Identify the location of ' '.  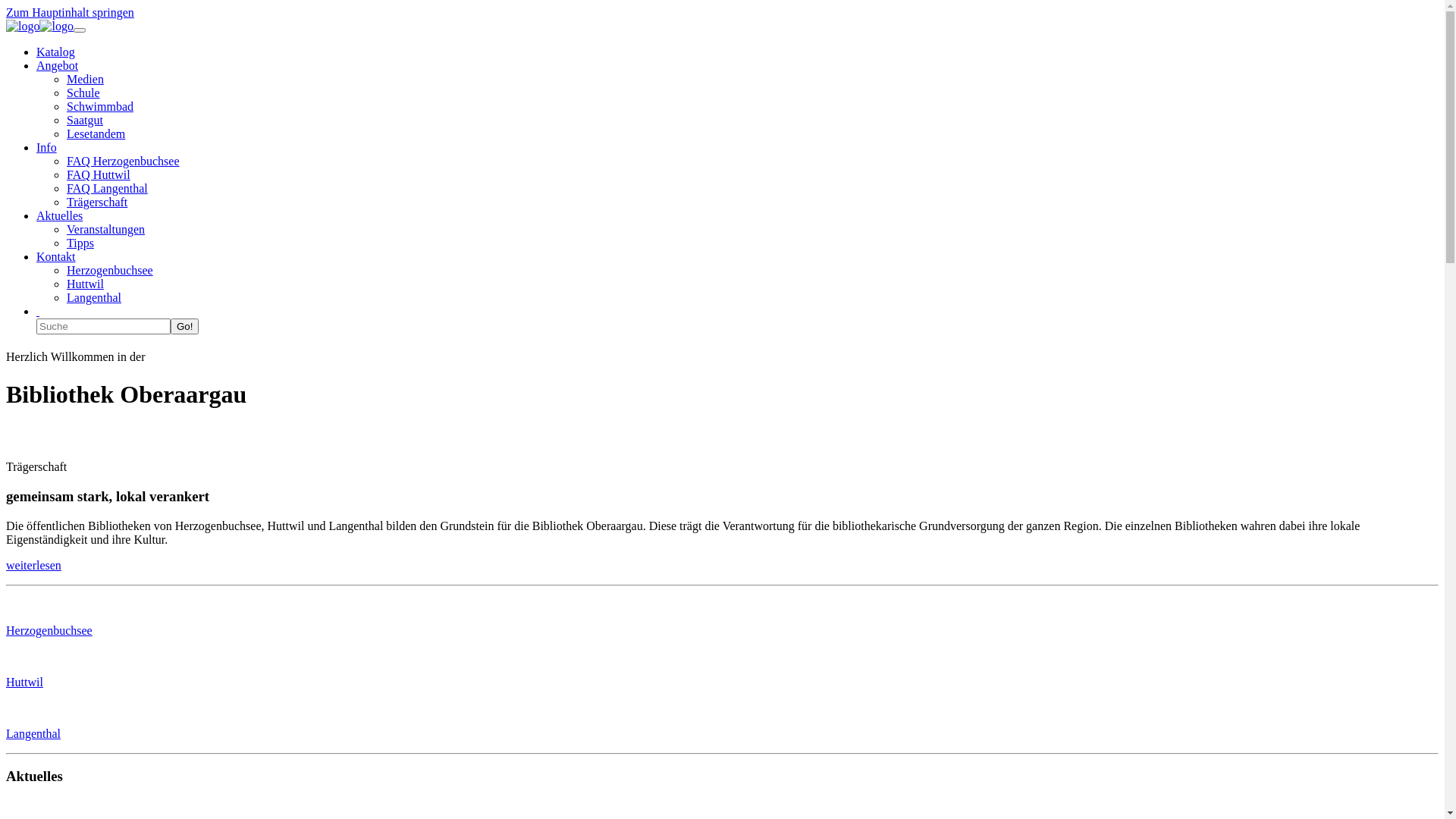
(37, 310).